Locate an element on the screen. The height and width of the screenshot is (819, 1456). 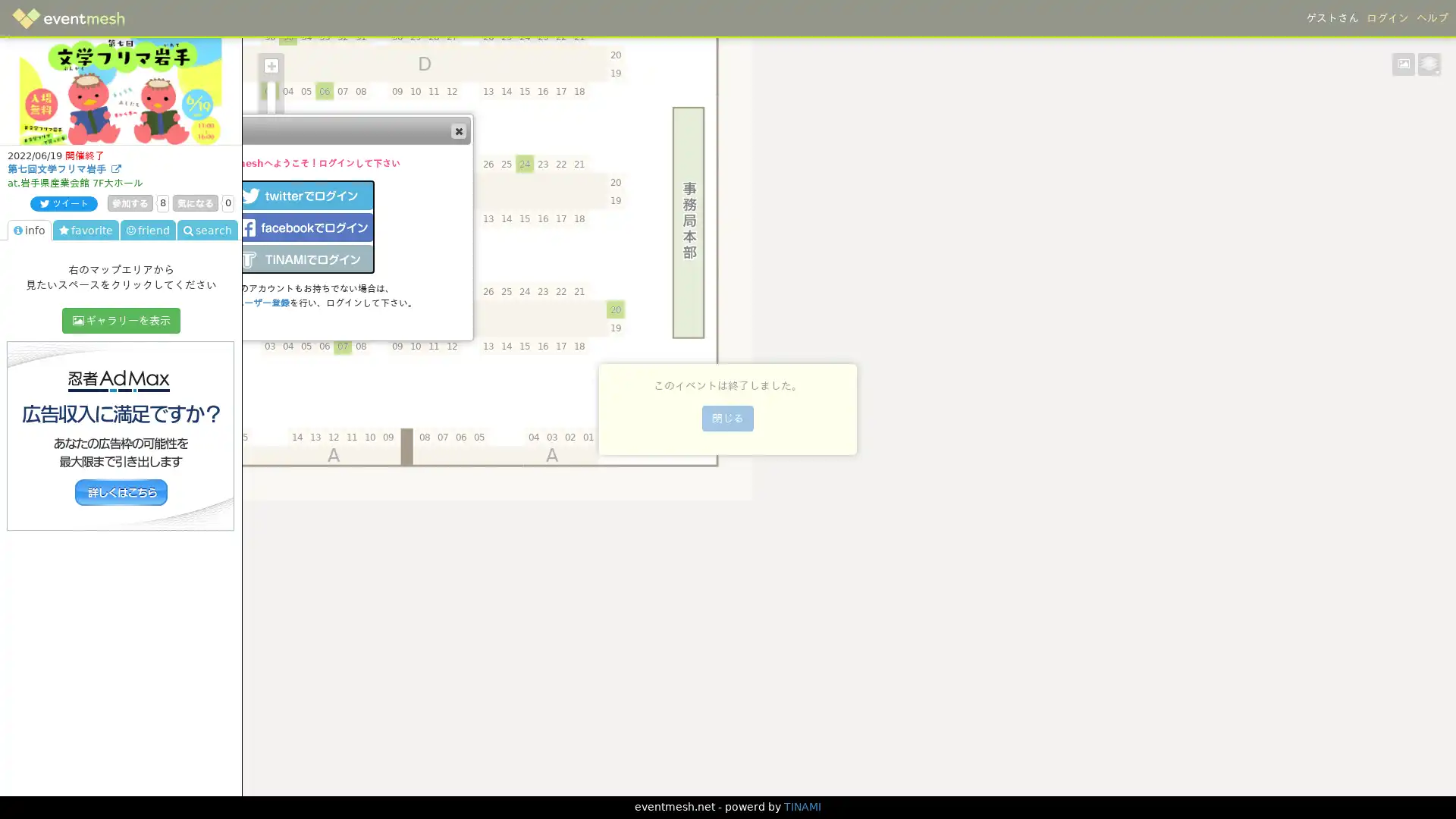
close is located at coordinates (457, 130).